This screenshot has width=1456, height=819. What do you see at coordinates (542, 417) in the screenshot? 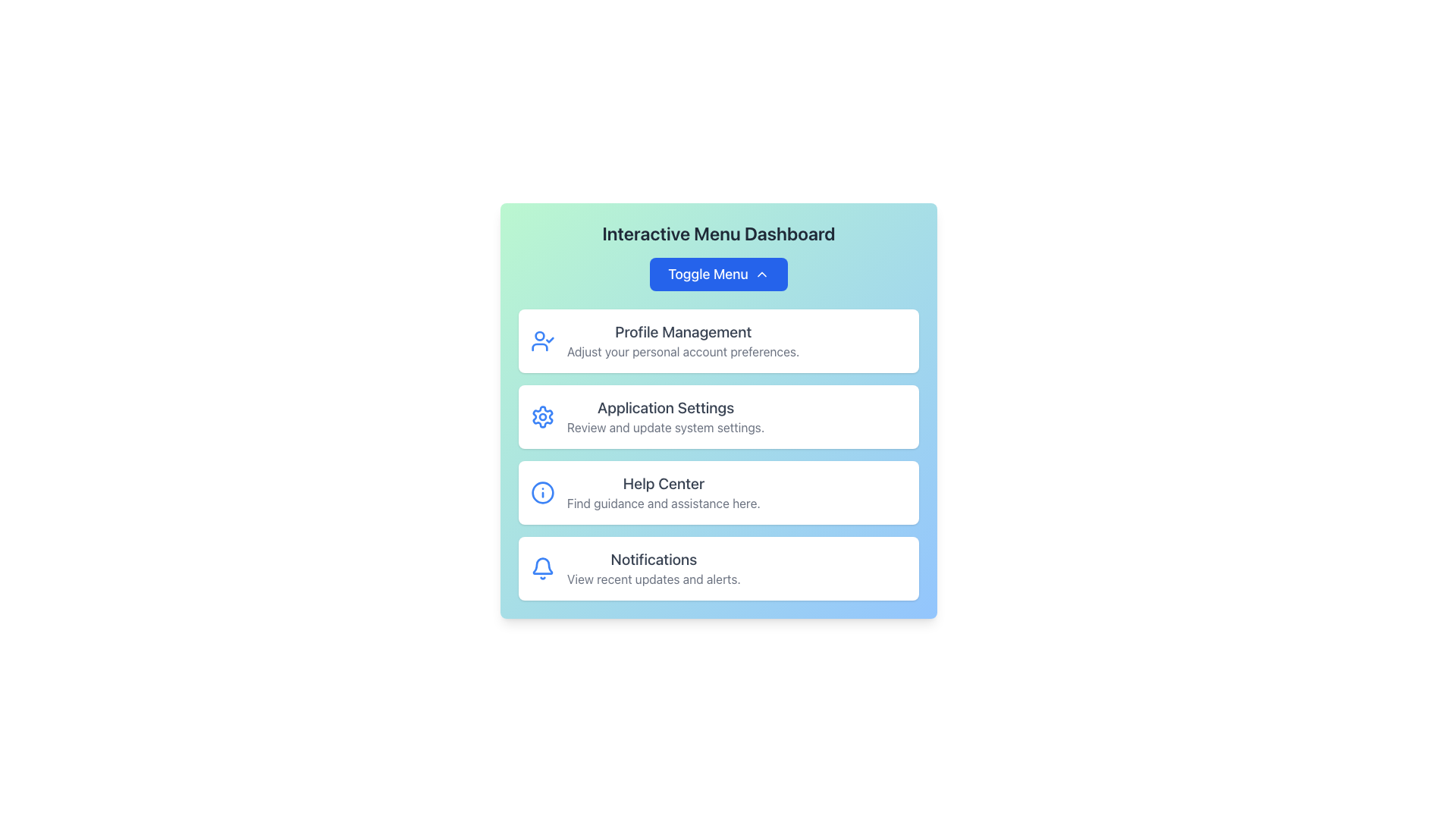
I see `the blue gear icon located at the center-left of the 'Application Settings' card, adjacent to the text 'Review and update system settings.'` at bounding box center [542, 417].